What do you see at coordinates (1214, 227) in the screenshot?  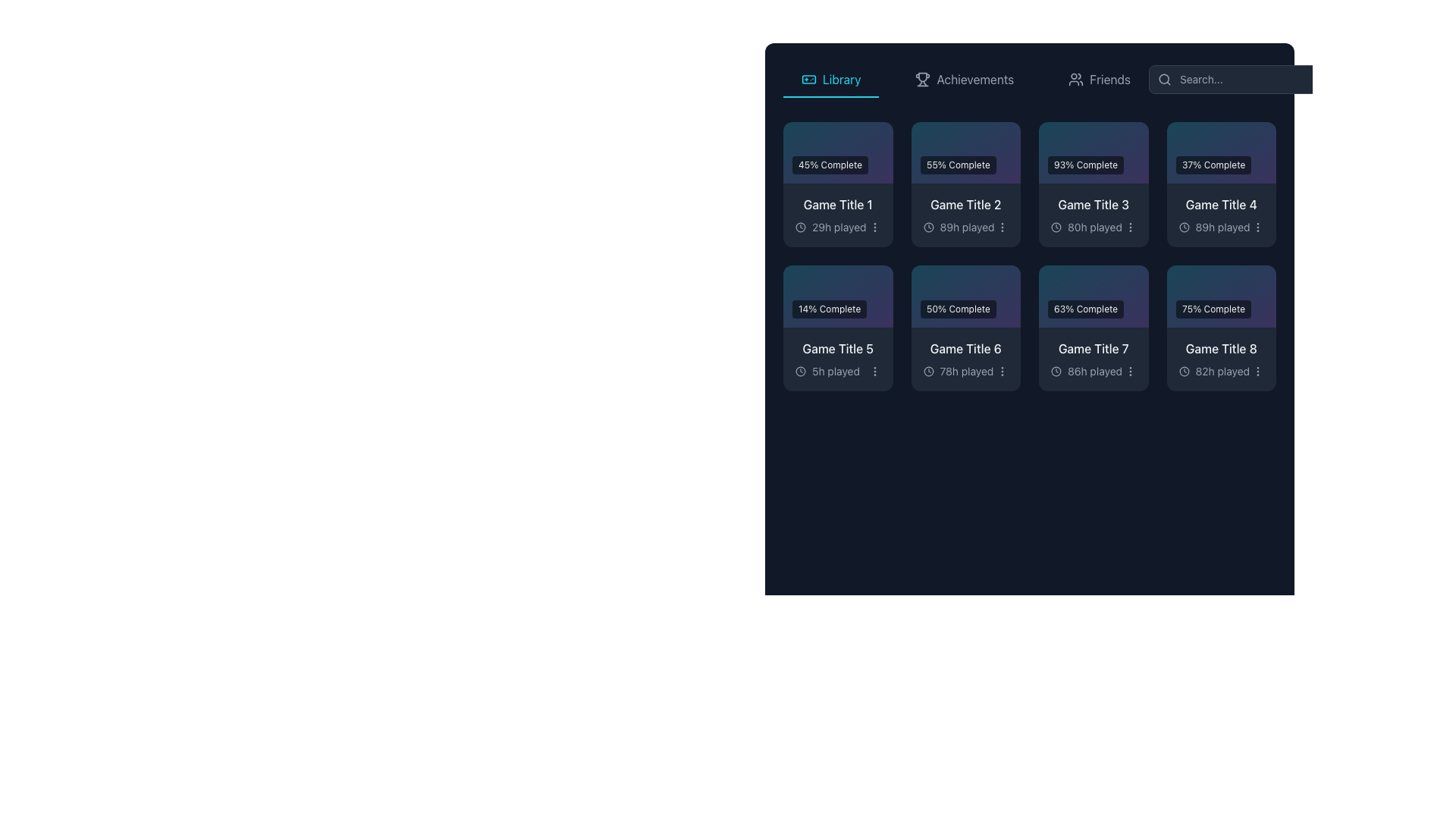 I see `displayed time '89h played' in light gray color on a dark background, located at the bottom-left corner of the 'Game Title 4' card, directly to the right of the clock icon` at bounding box center [1214, 227].